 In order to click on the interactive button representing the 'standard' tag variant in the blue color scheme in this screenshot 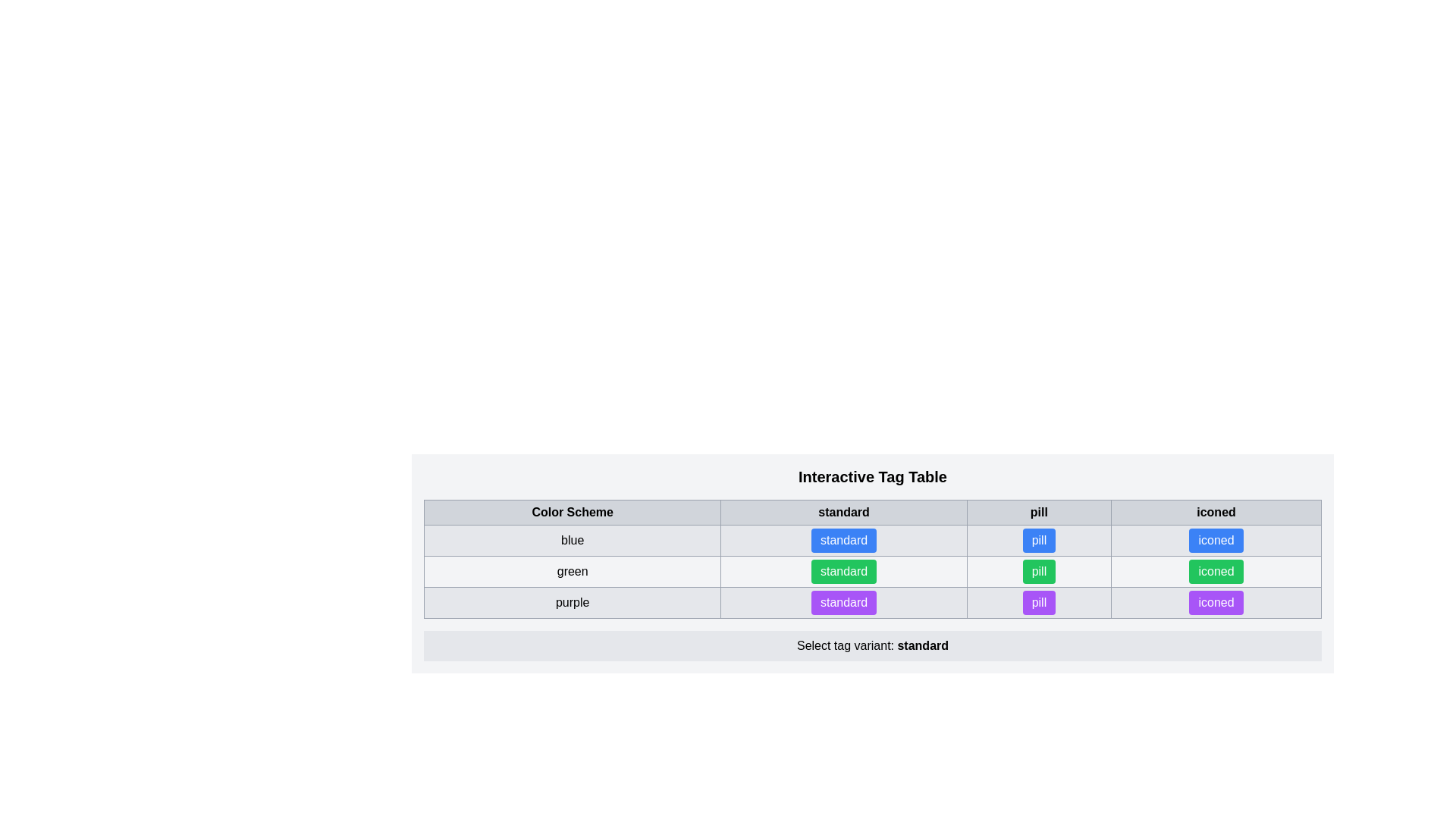, I will do `click(843, 540)`.